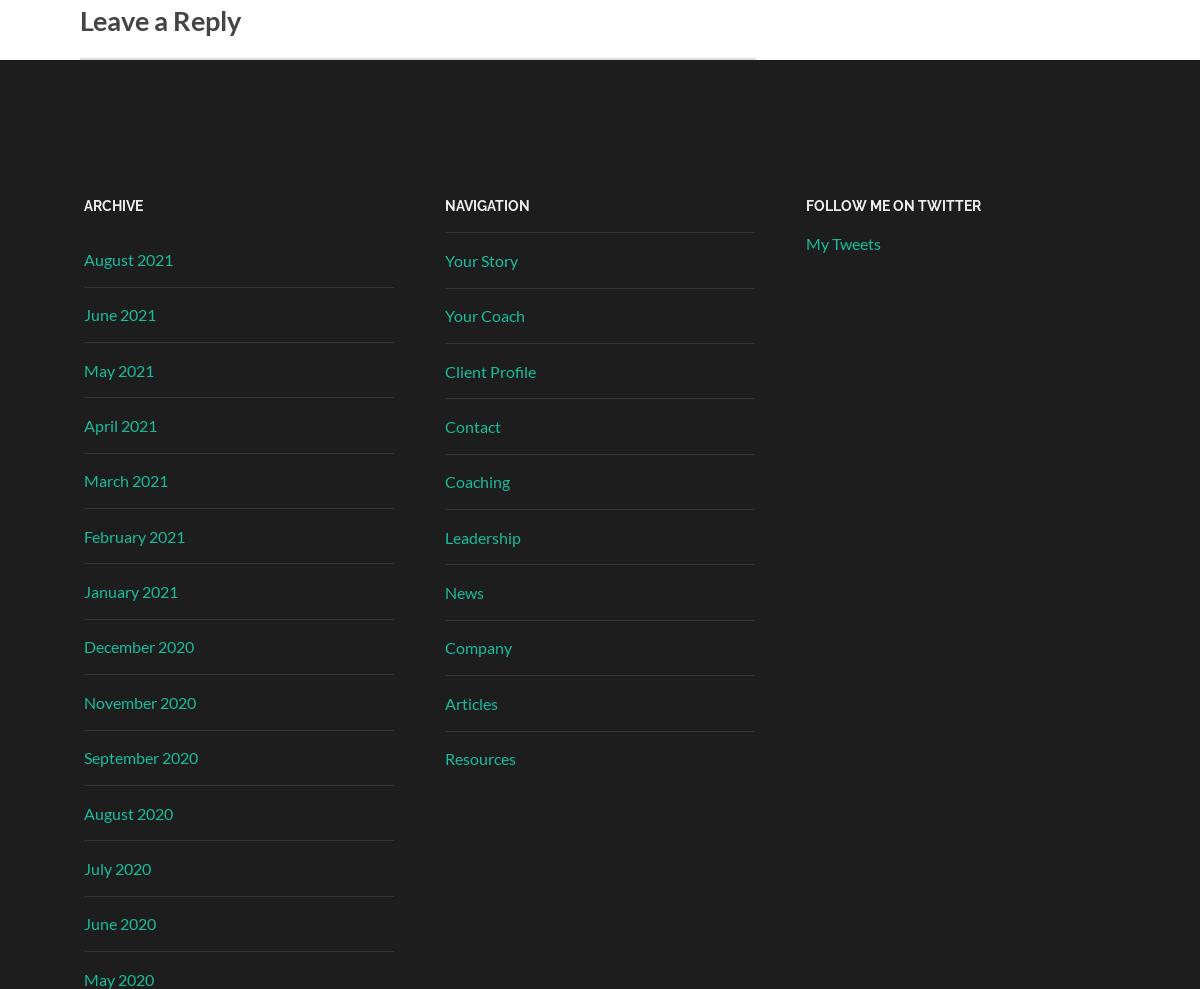 Image resolution: width=1200 pixels, height=989 pixels. I want to click on 'Your Story', so click(480, 258).